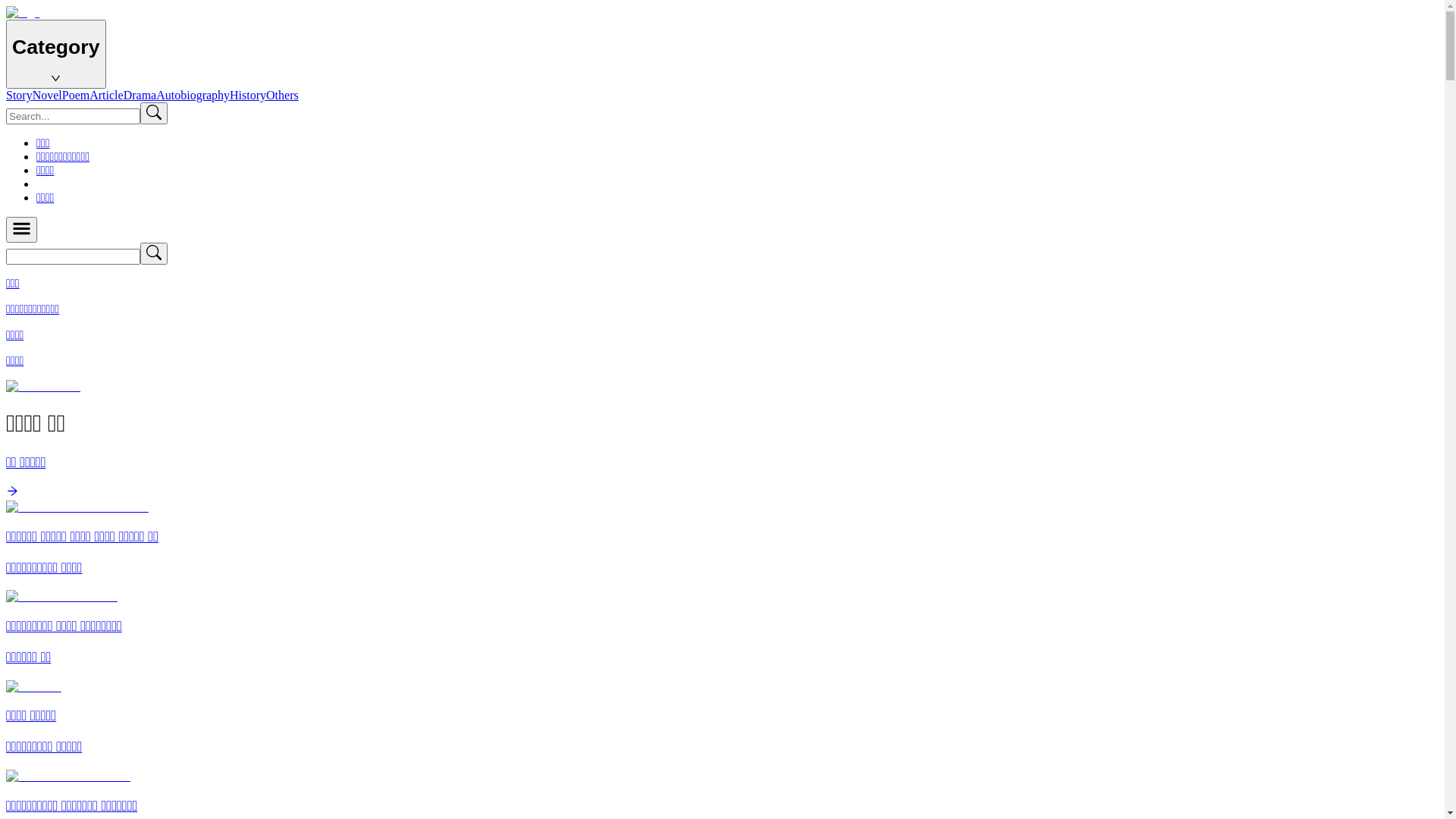 The width and height of the screenshot is (1456, 819). Describe the element at coordinates (192, 95) in the screenshot. I see `'Autobiography'` at that location.